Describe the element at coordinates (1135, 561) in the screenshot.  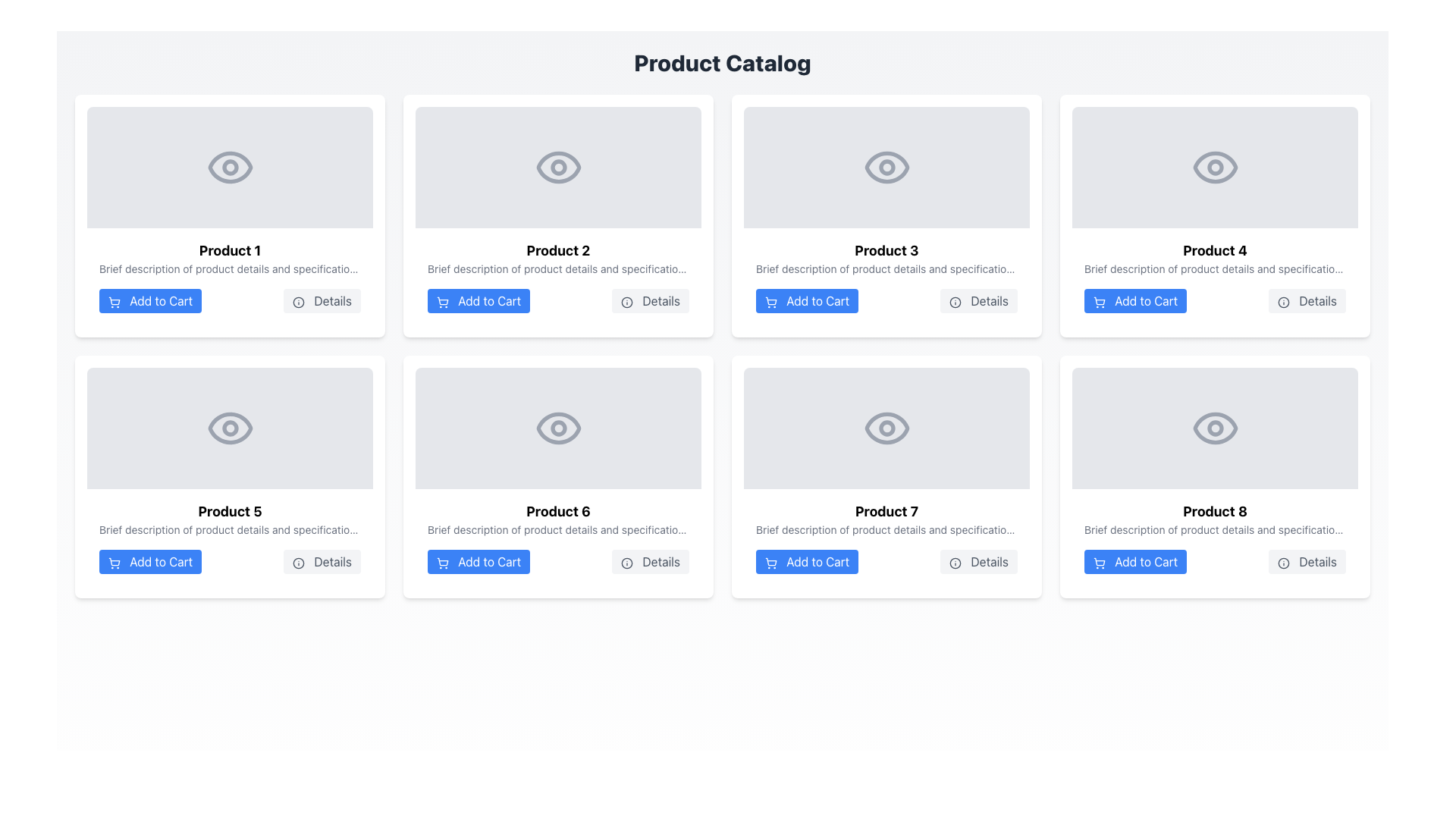
I see `the 'Add to Cart' button located in the bottom right corner of the card for 'Product 8'` at that location.